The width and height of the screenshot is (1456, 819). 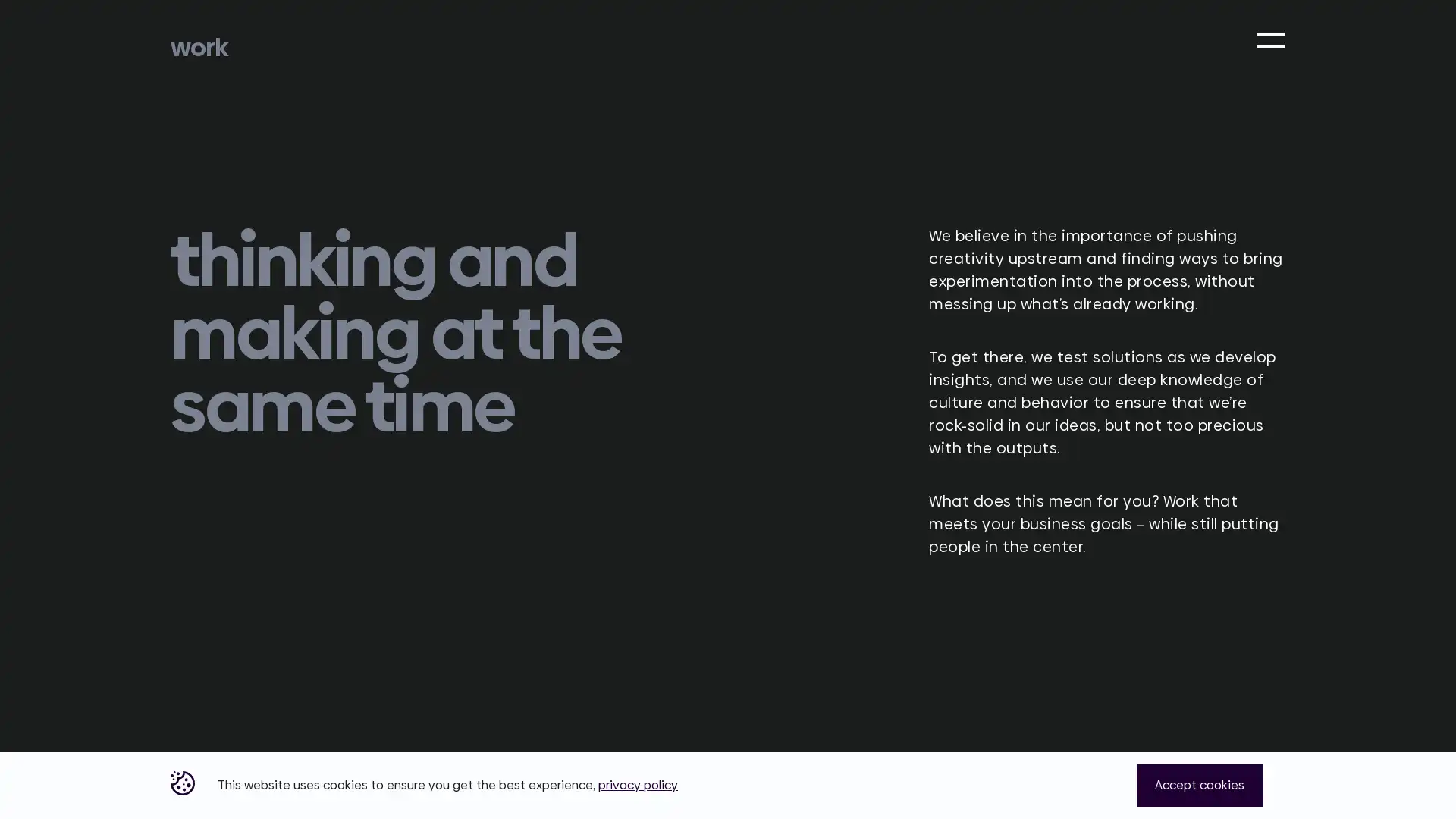 What do you see at coordinates (1273, 786) in the screenshot?
I see `Close` at bounding box center [1273, 786].